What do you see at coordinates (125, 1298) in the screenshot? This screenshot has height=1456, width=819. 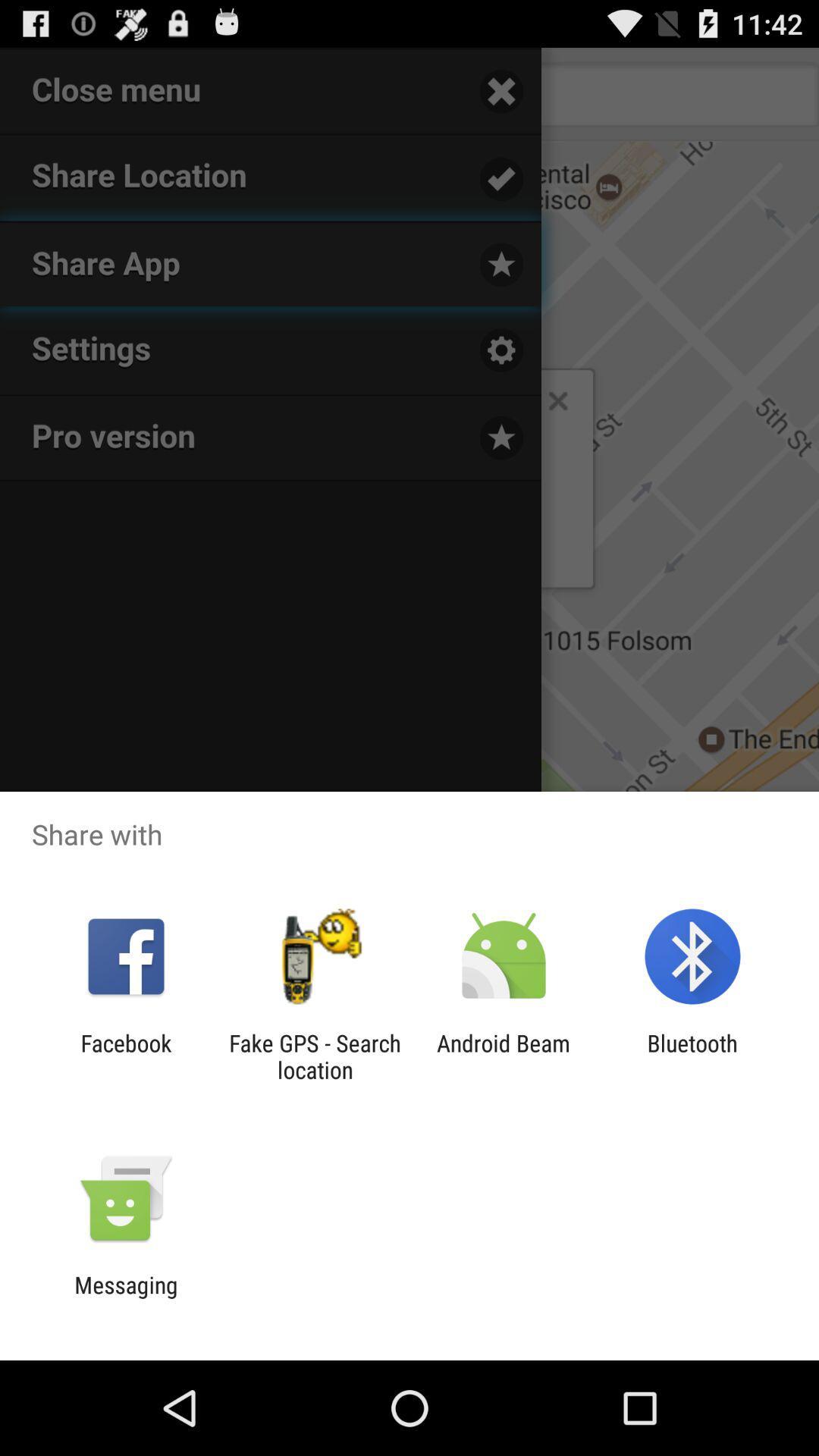 I see `the messaging app` at bounding box center [125, 1298].